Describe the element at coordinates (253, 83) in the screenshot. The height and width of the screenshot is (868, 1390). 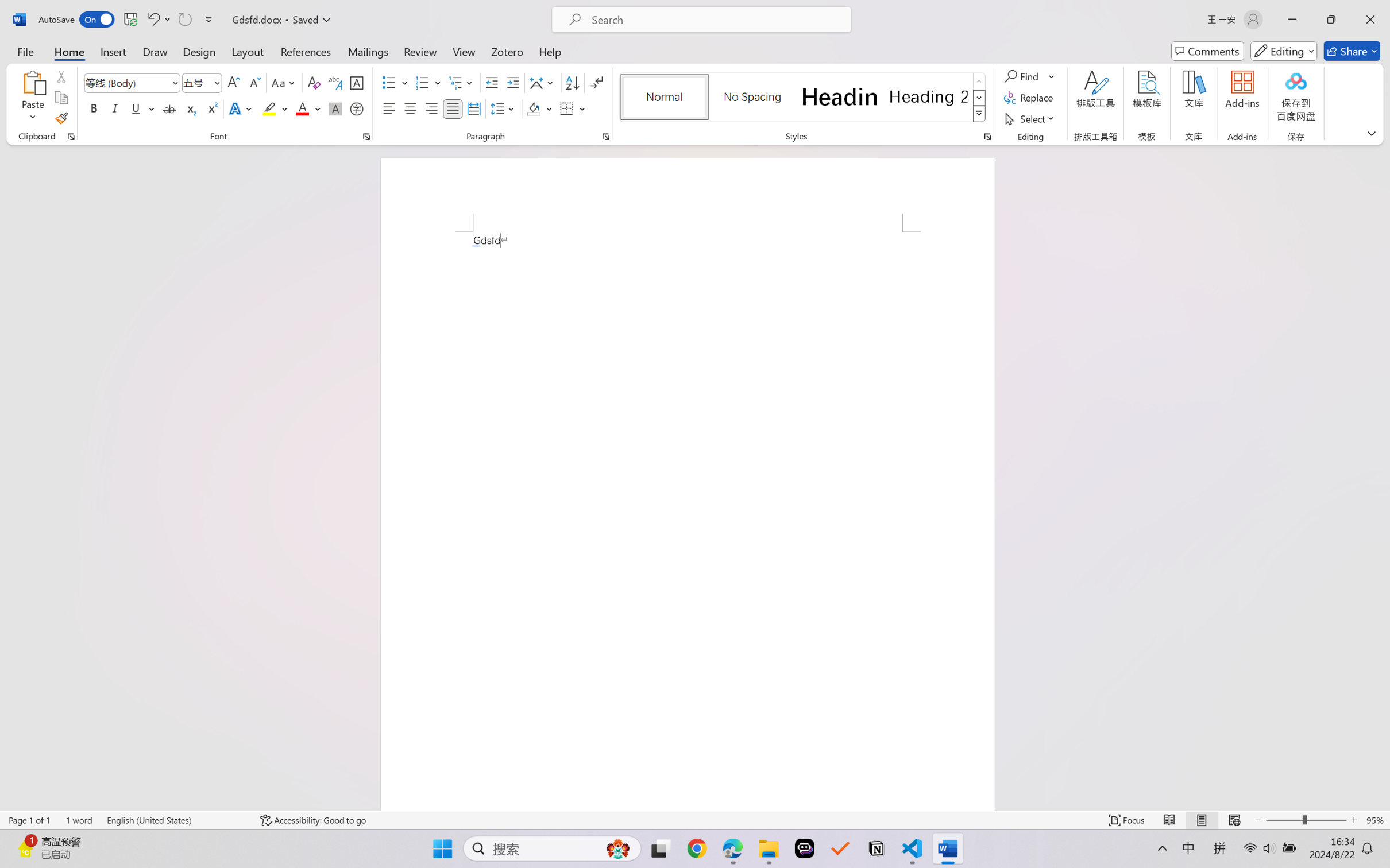
I see `'Shrink Font'` at that location.